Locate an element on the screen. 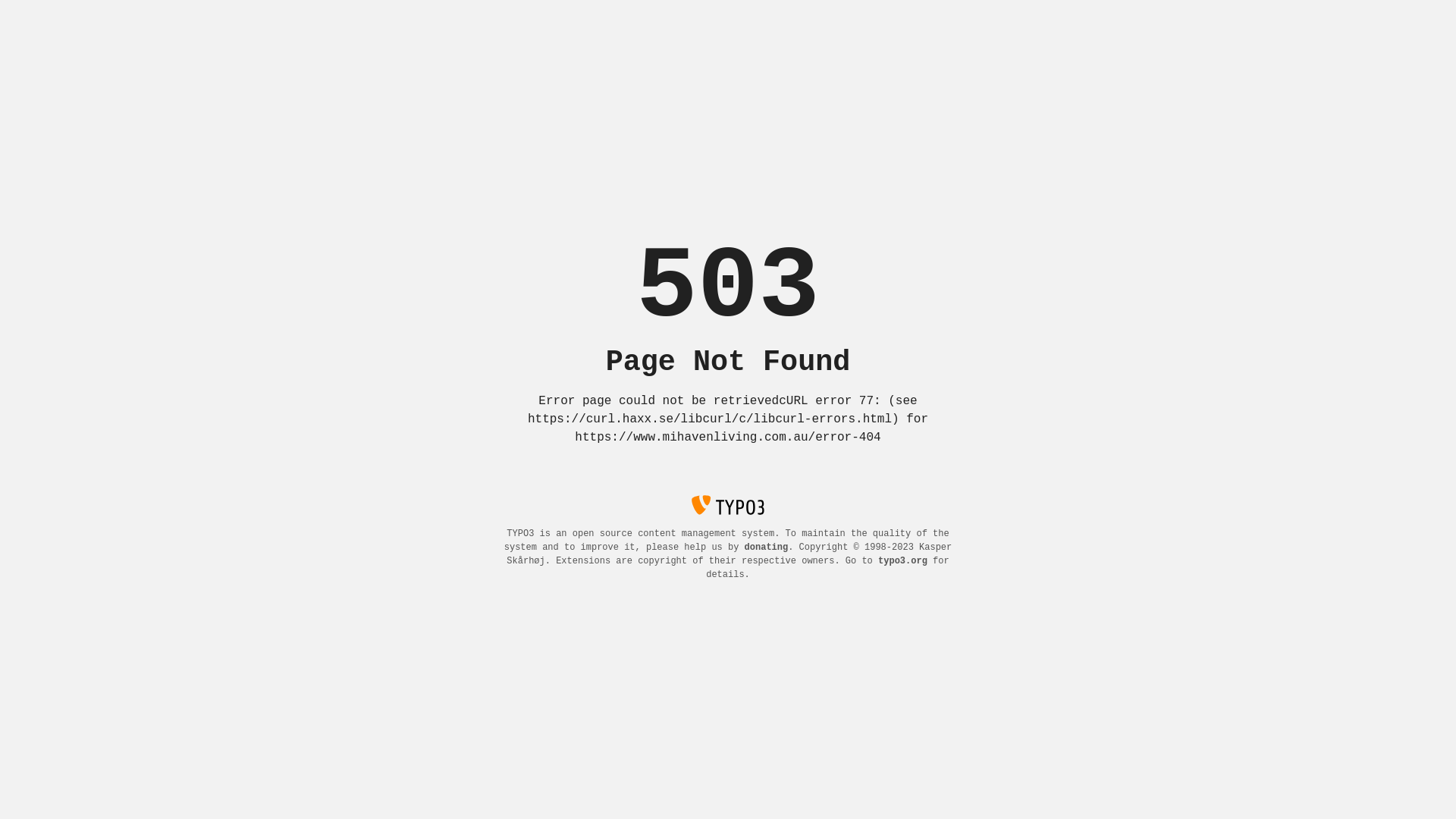 This screenshot has height=819, width=1456. 'donating' is located at coordinates (767, 547).